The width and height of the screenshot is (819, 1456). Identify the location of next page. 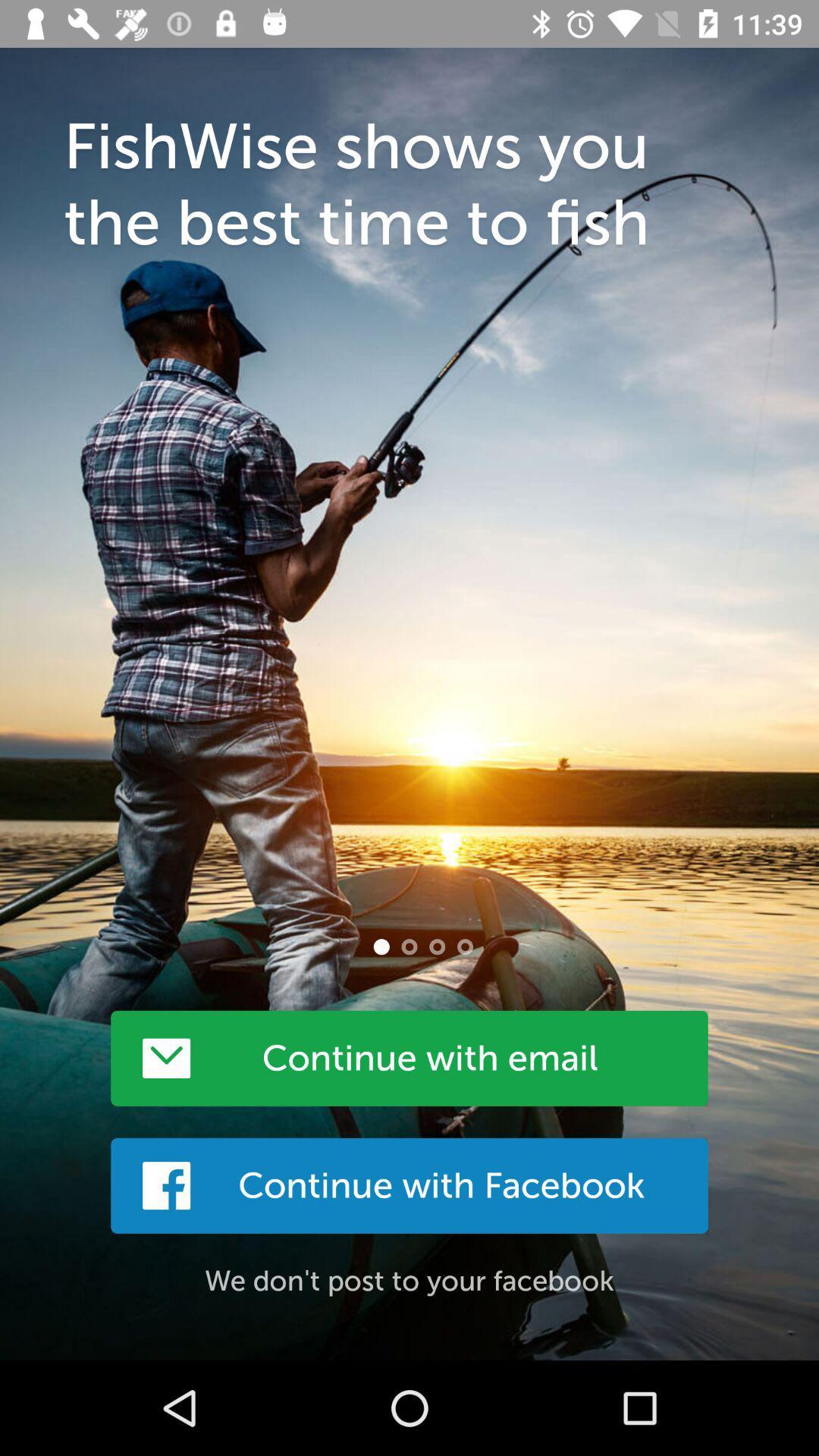
(409, 946).